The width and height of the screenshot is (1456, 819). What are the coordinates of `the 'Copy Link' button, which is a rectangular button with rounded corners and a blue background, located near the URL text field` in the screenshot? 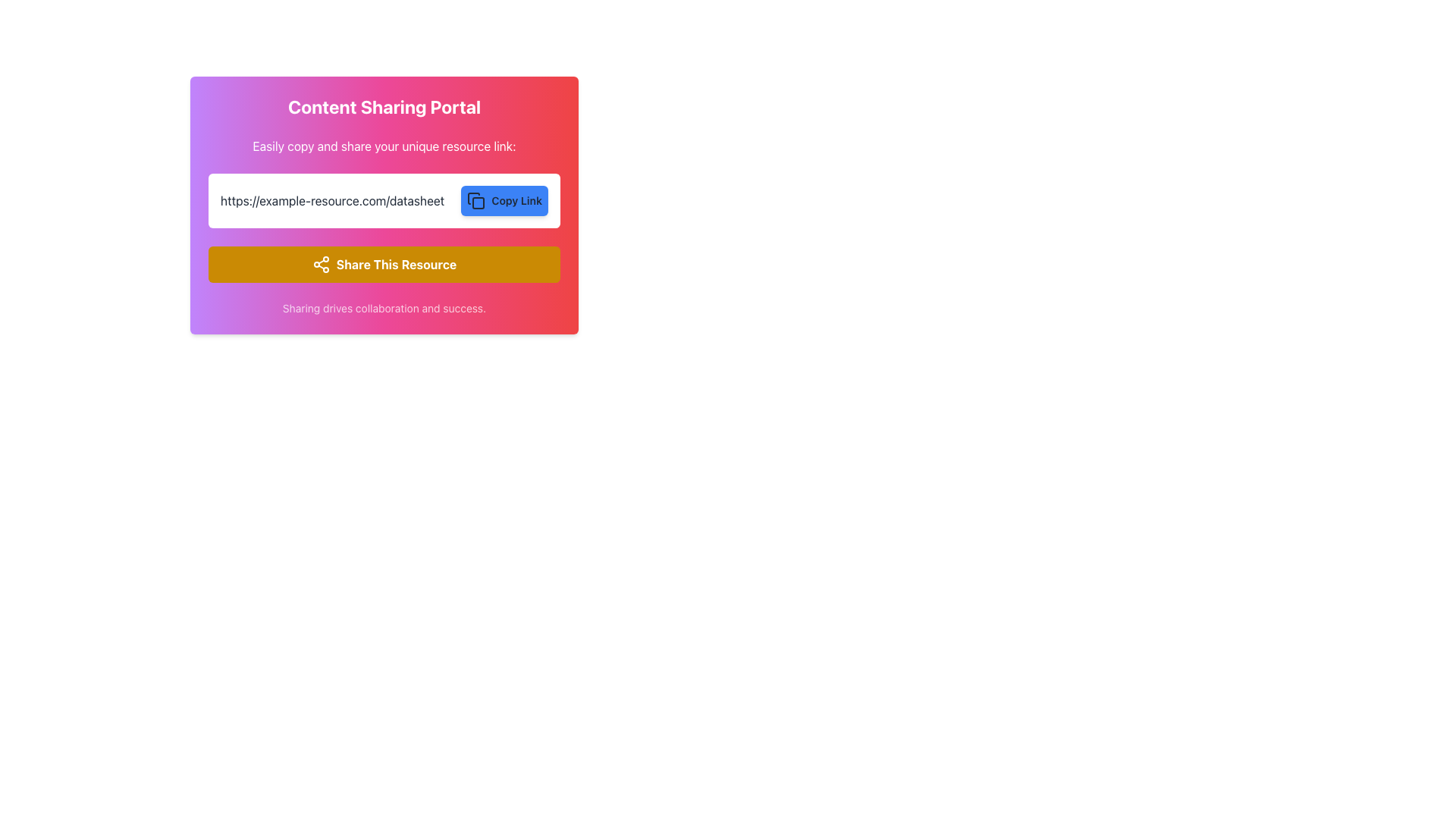 It's located at (504, 200).